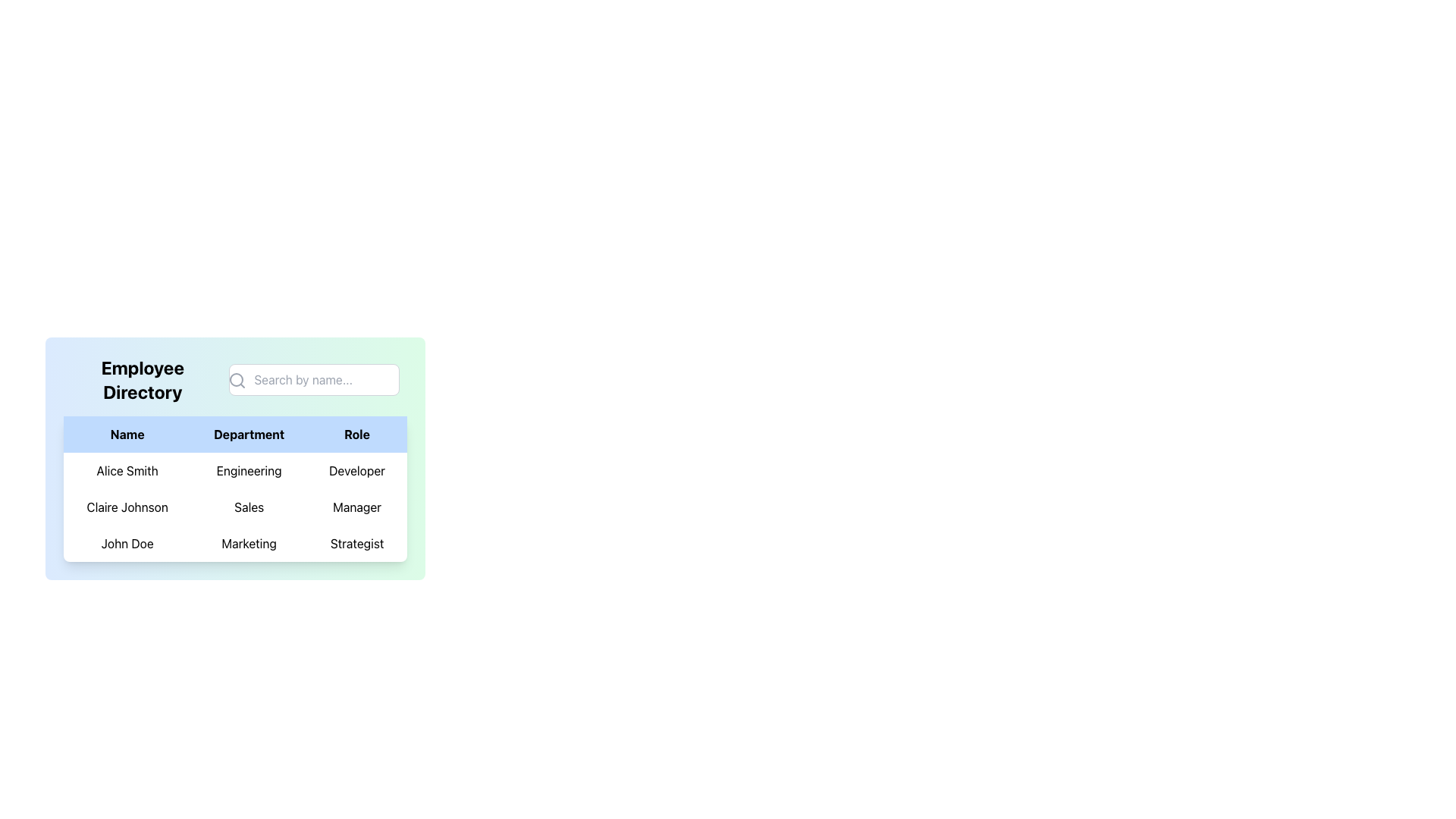  I want to click on the centered static text label displaying 'Sales', so click(249, 507).